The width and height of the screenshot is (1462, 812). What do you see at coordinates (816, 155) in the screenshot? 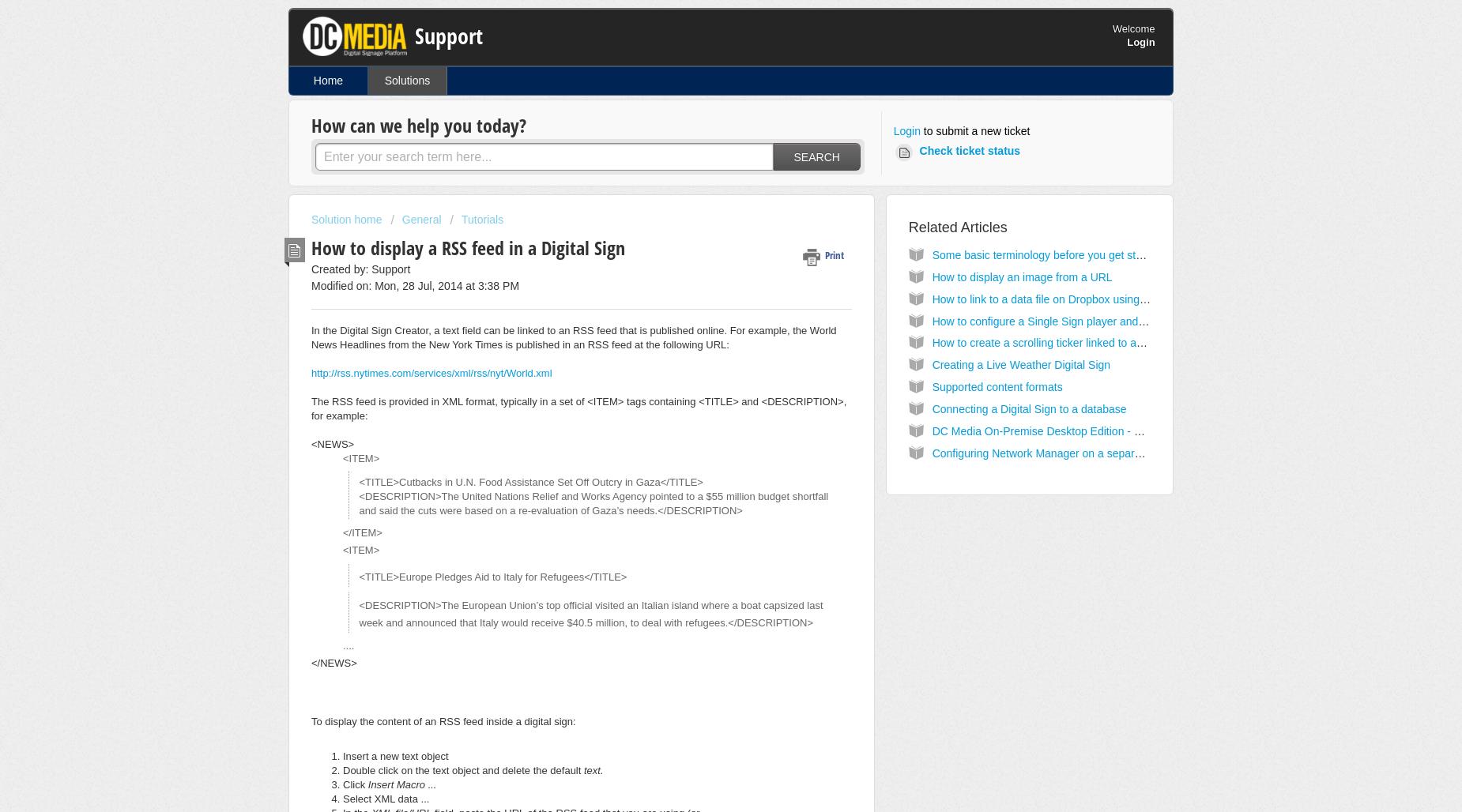
I see `'Search'` at bounding box center [816, 155].